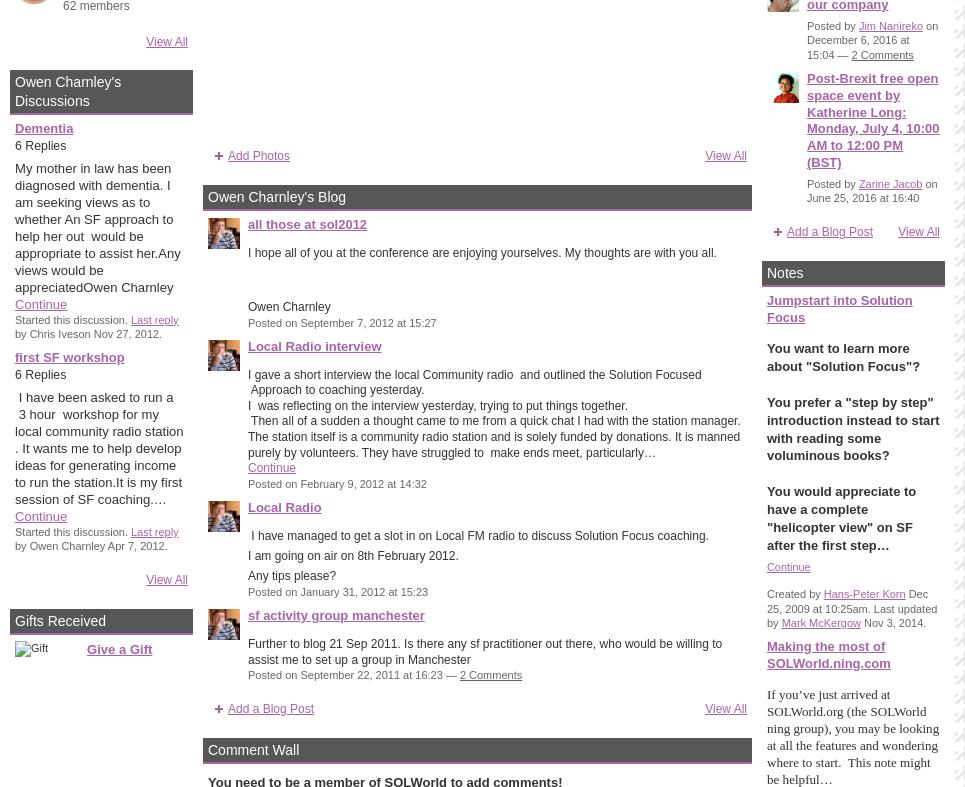  What do you see at coordinates (87, 333) in the screenshot?
I see `'by Chris Iveson Nov 27, 2012.'` at bounding box center [87, 333].